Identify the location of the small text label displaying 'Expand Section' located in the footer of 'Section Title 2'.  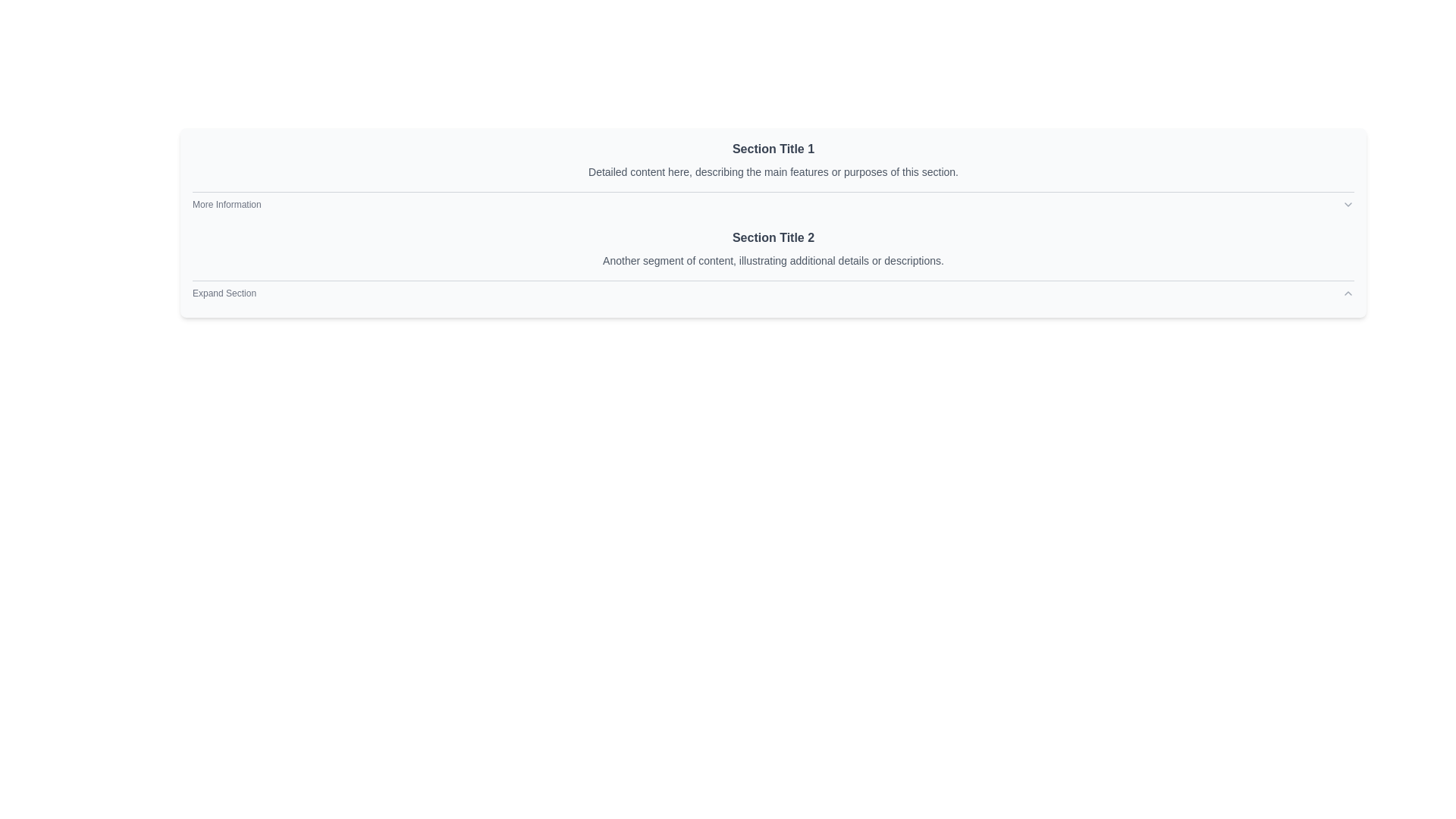
(224, 293).